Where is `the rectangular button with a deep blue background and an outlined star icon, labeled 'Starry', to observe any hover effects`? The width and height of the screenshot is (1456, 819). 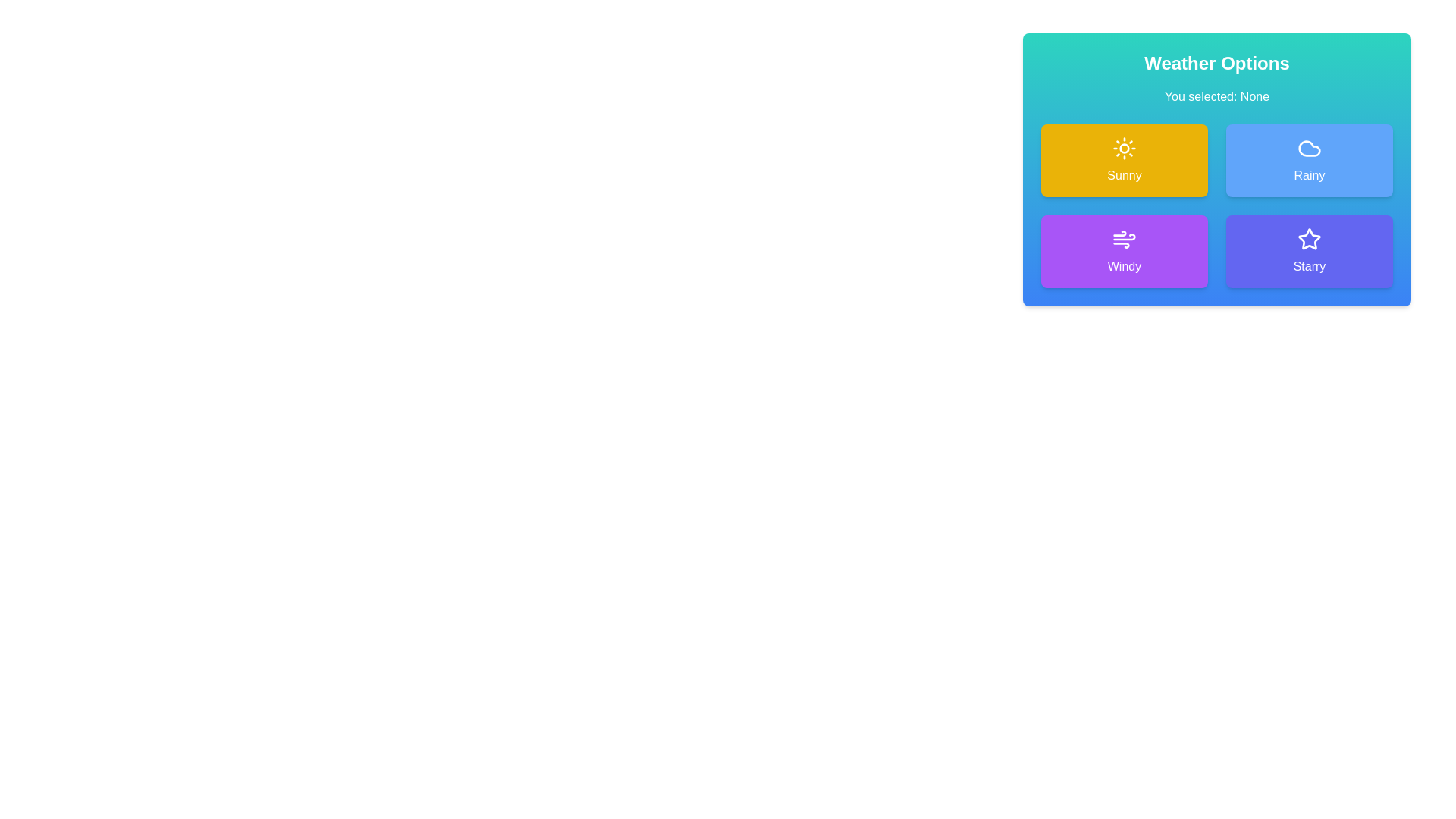
the rectangular button with a deep blue background and an outlined star icon, labeled 'Starry', to observe any hover effects is located at coordinates (1309, 250).